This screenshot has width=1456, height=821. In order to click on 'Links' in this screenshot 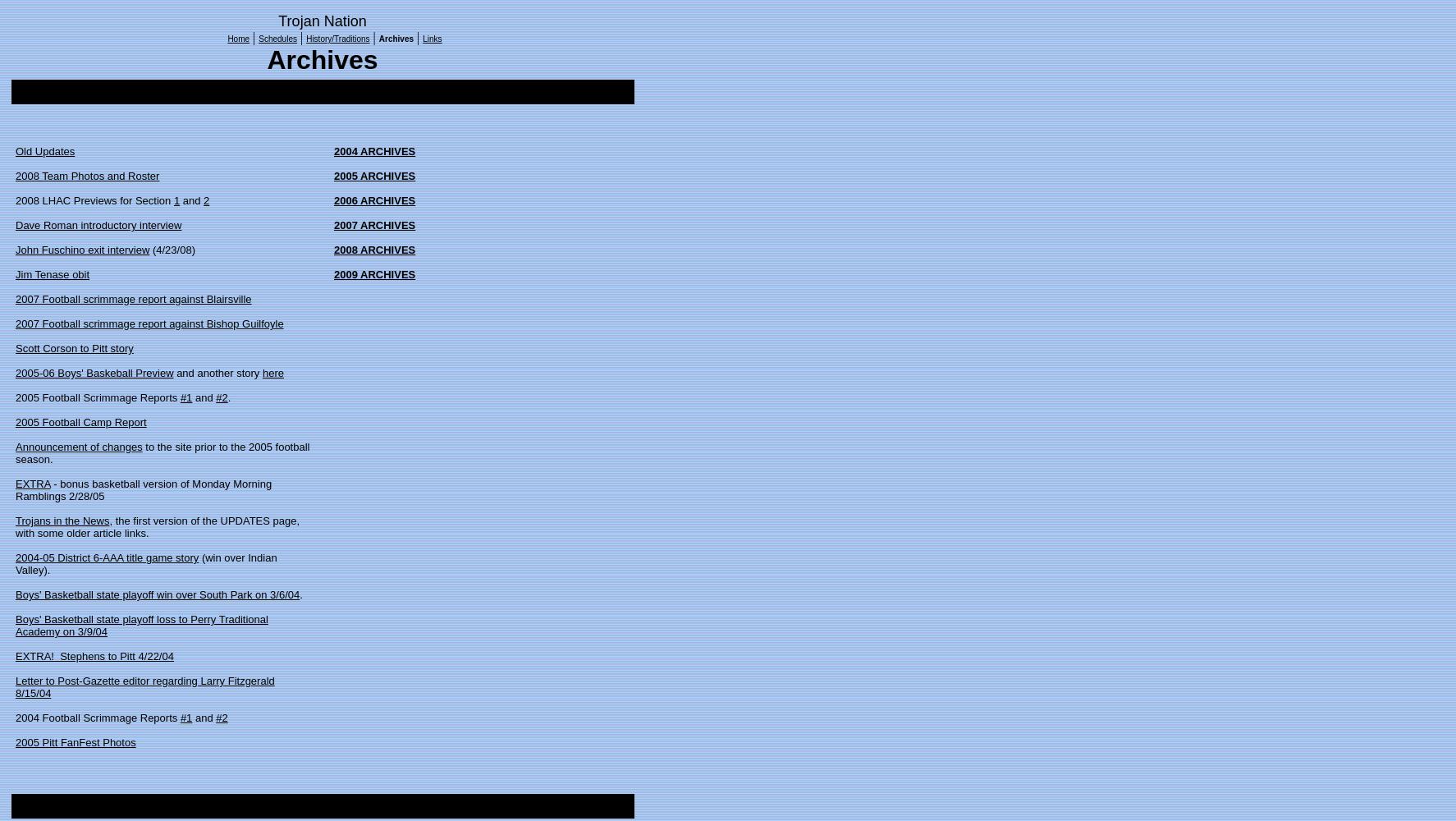, I will do `click(422, 39)`.